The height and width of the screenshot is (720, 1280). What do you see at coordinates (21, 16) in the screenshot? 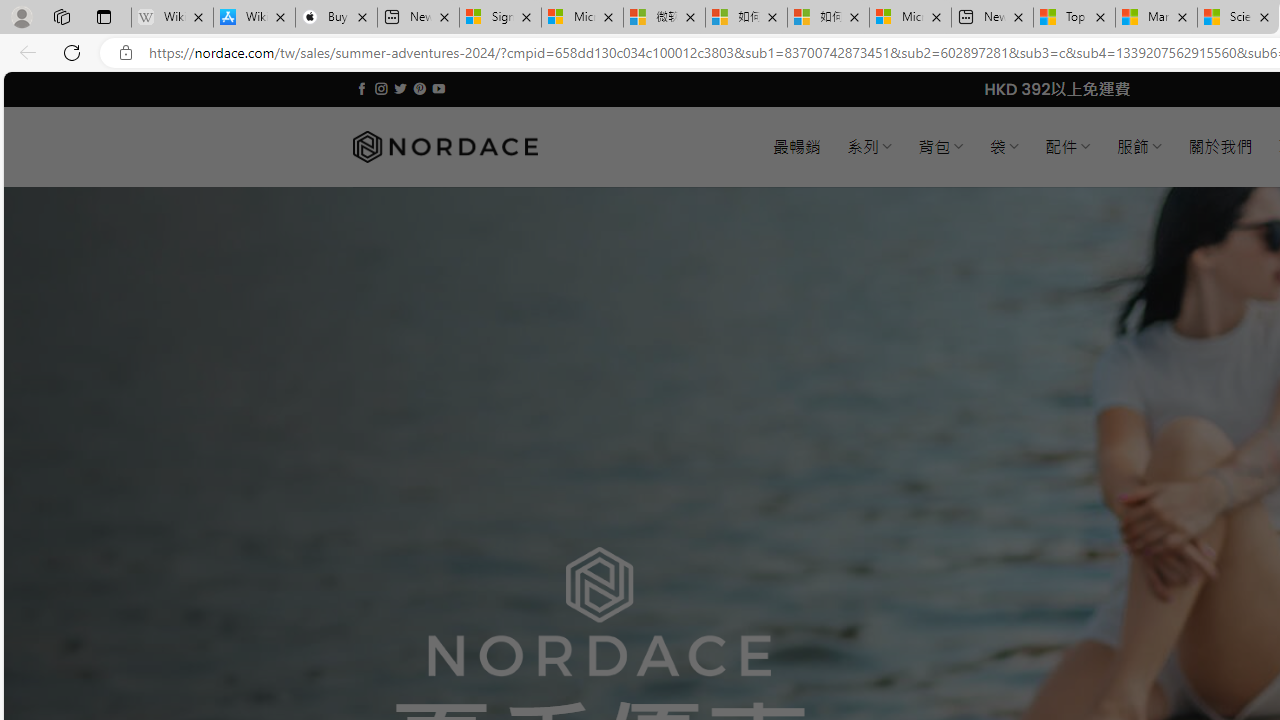
I see `'Personal Profile'` at bounding box center [21, 16].